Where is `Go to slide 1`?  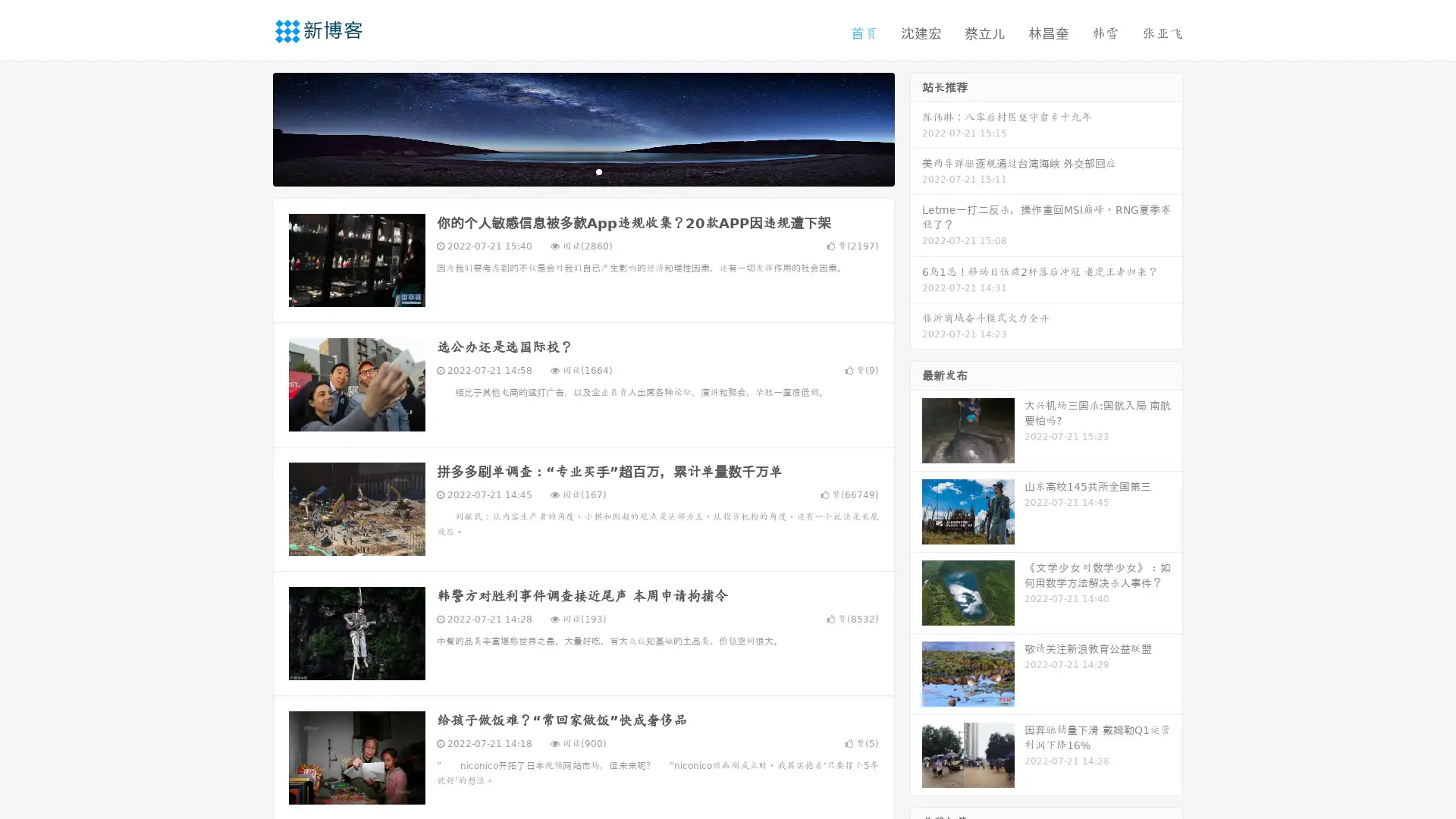
Go to slide 1 is located at coordinates (567, 171).